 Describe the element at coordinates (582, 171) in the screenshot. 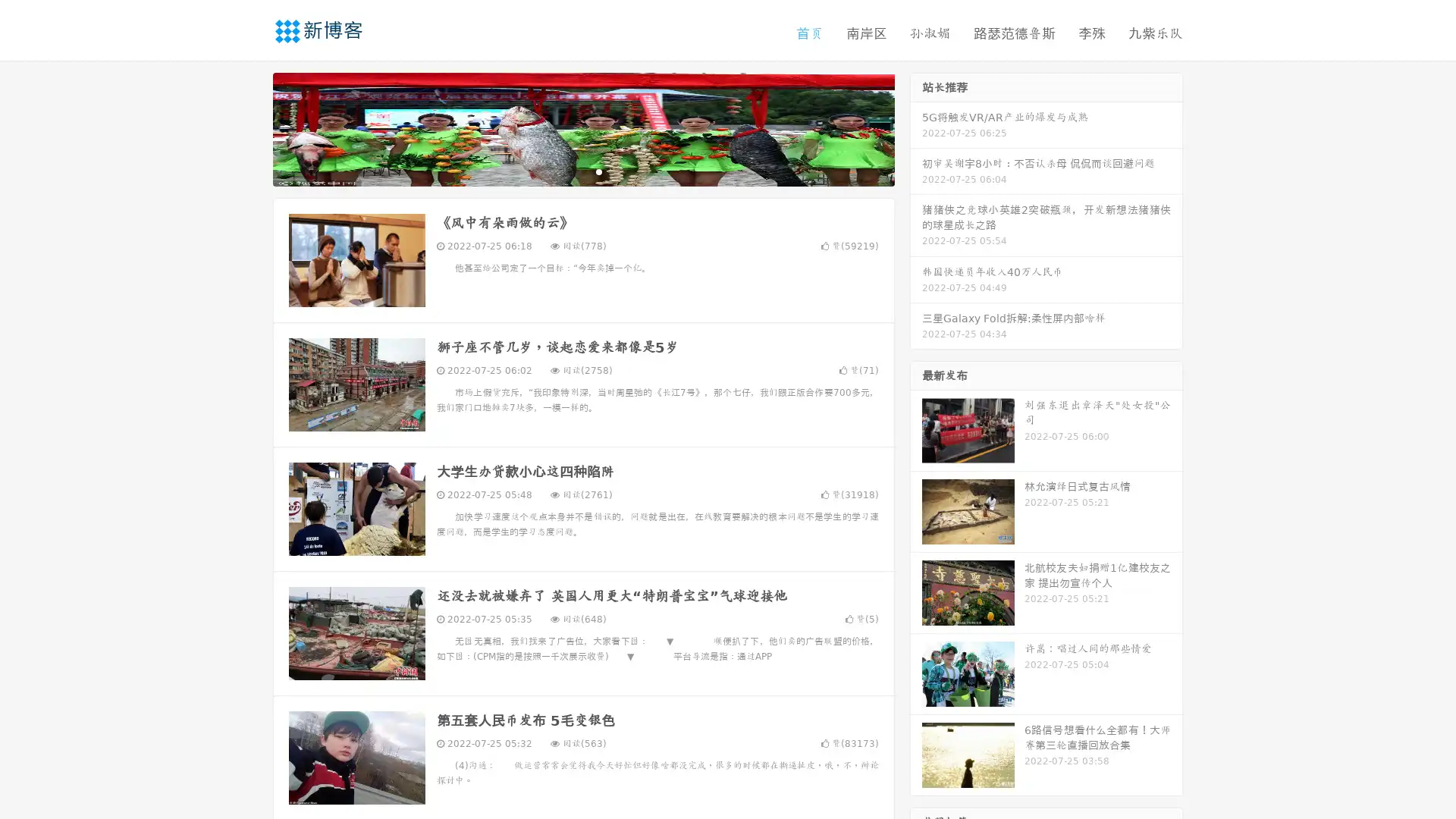

I see `Go to slide 2` at that location.